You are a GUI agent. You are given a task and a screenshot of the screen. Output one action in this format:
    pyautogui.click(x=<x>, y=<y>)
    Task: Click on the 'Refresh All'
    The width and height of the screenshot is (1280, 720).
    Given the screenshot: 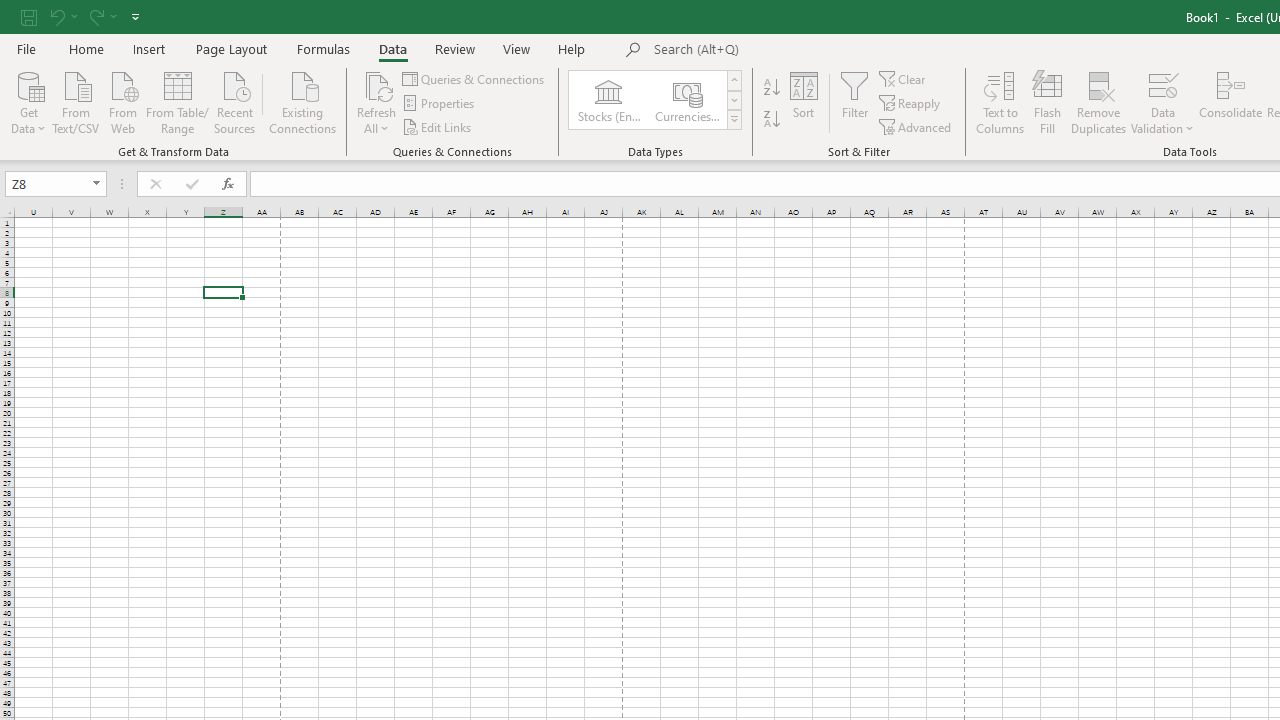 What is the action you would take?
    pyautogui.click(x=376, y=103)
    